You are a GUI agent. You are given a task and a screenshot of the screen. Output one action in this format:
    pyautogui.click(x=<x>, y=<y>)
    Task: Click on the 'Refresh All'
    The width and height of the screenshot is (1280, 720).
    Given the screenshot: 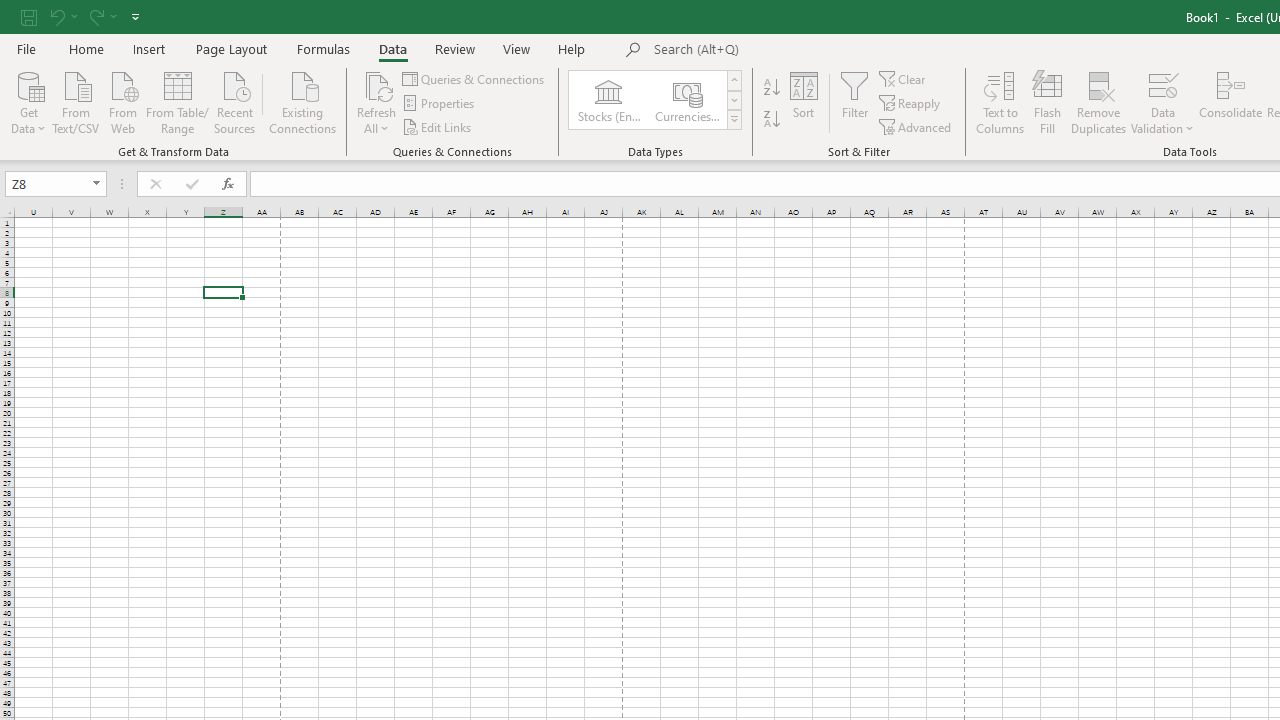 What is the action you would take?
    pyautogui.click(x=376, y=103)
    